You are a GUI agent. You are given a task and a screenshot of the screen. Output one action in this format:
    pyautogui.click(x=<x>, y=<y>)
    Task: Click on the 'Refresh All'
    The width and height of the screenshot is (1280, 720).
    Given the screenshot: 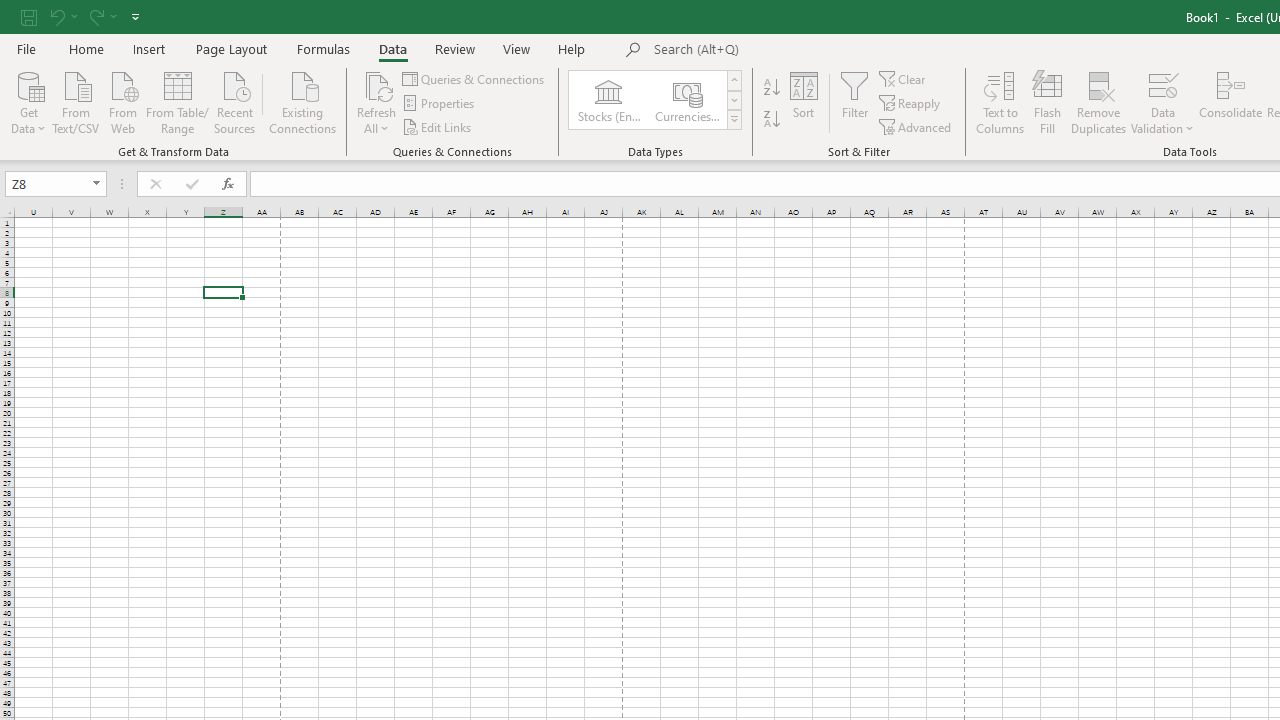 What is the action you would take?
    pyautogui.click(x=376, y=103)
    